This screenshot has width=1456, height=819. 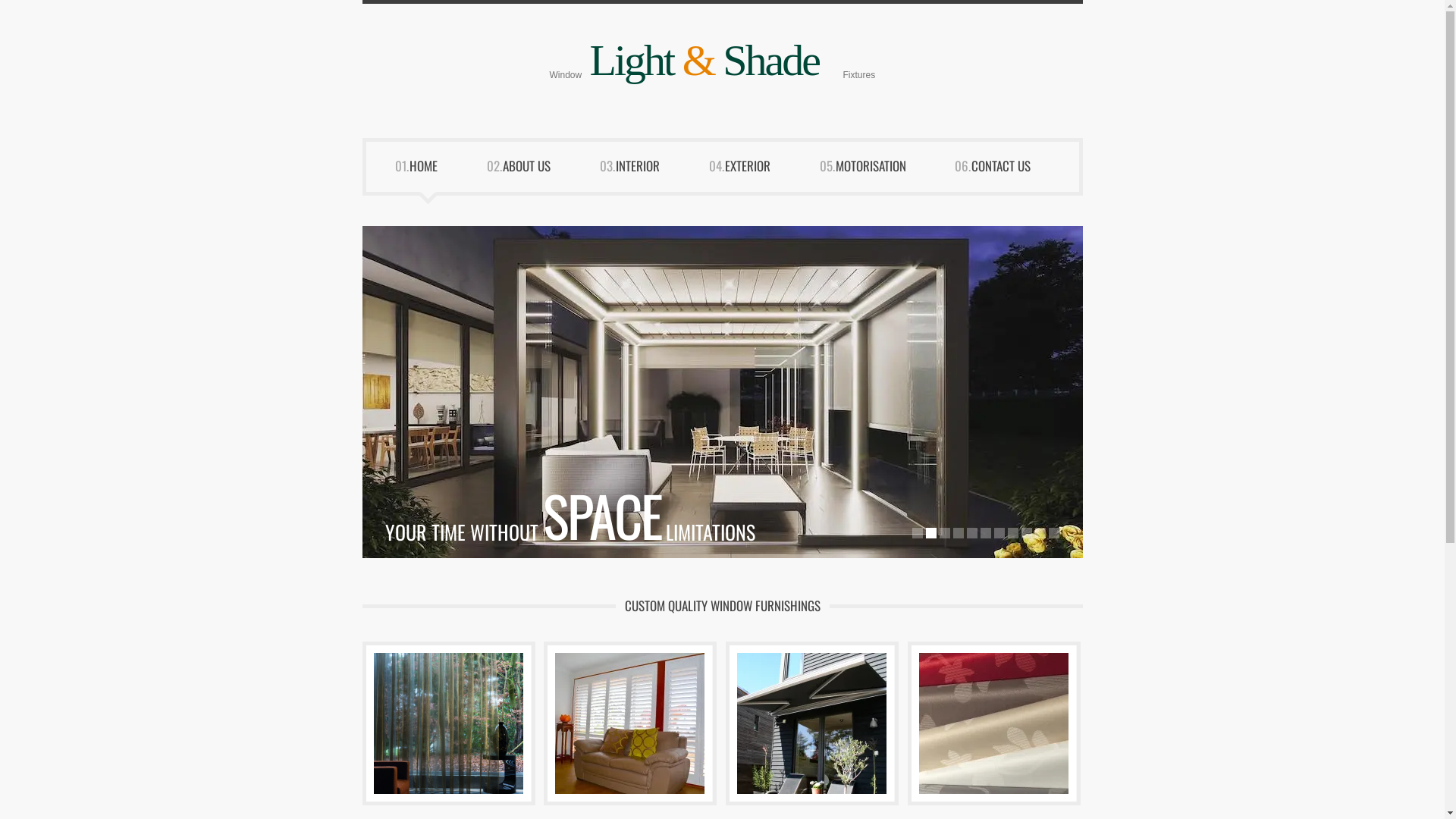 I want to click on 'HOME', so click(x=433, y=171).